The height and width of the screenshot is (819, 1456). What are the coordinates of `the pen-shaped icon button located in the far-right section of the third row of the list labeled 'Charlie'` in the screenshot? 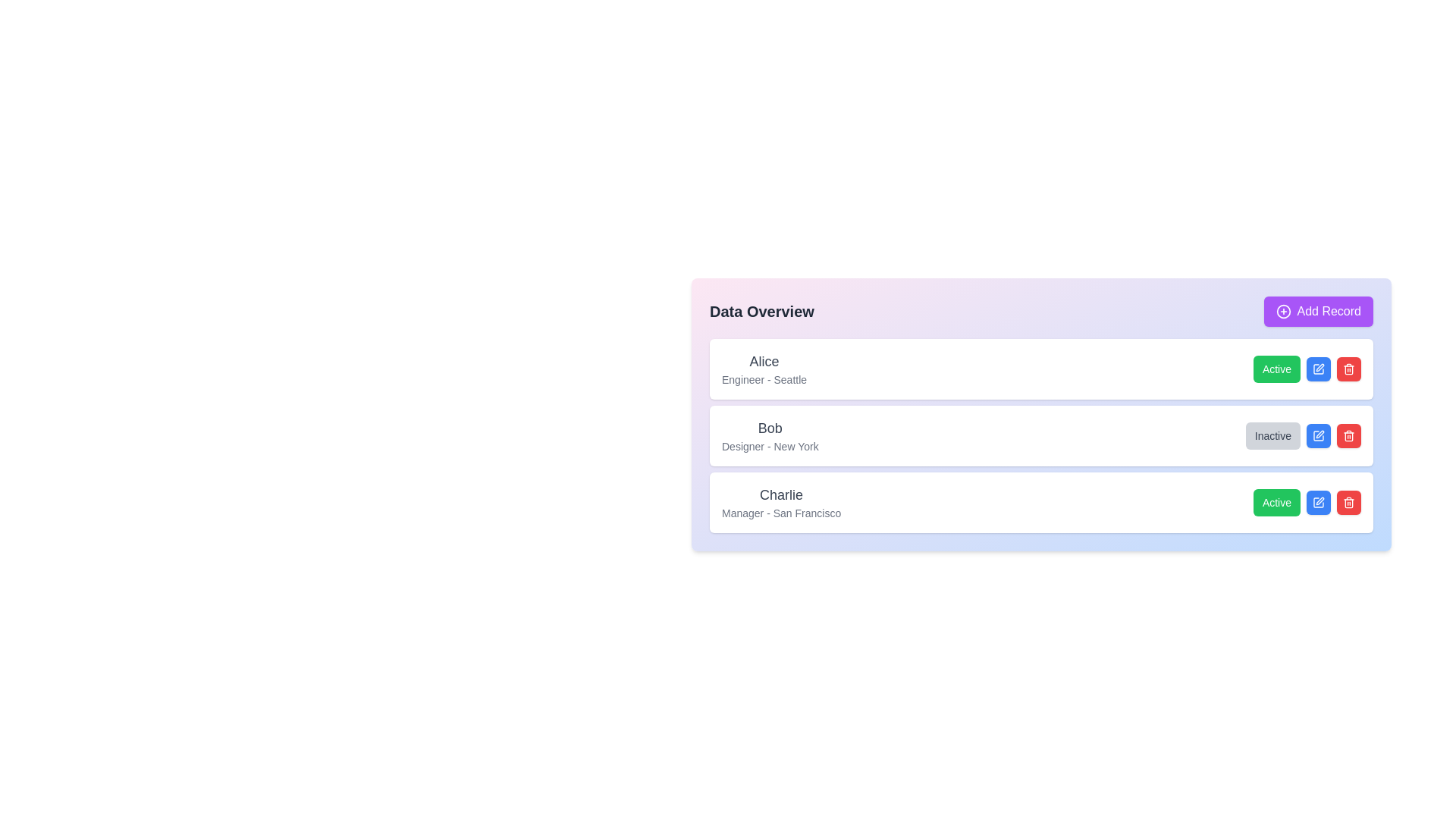 It's located at (1319, 368).